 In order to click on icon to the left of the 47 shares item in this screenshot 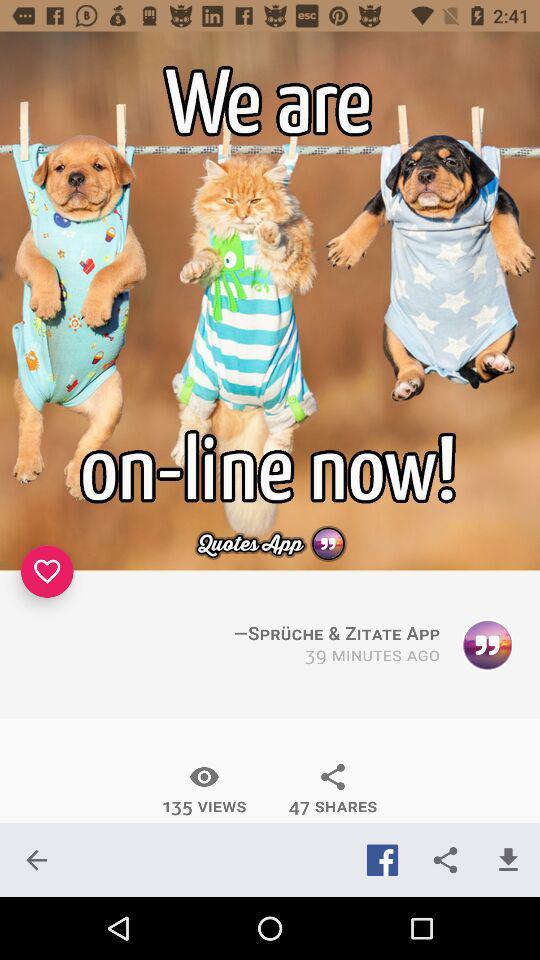, I will do `click(203, 789)`.